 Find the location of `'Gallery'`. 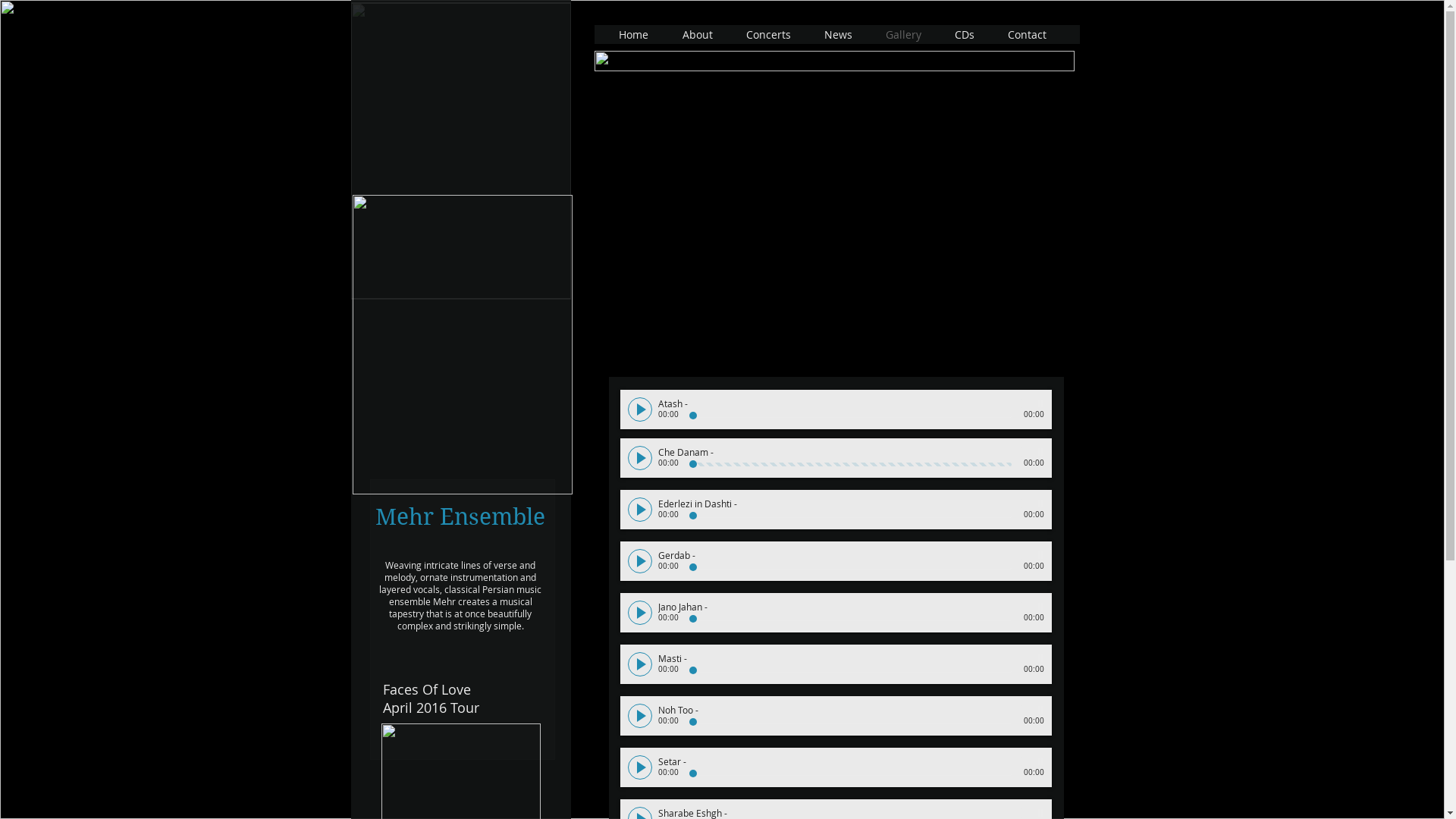

'Gallery' is located at coordinates (905, 34).